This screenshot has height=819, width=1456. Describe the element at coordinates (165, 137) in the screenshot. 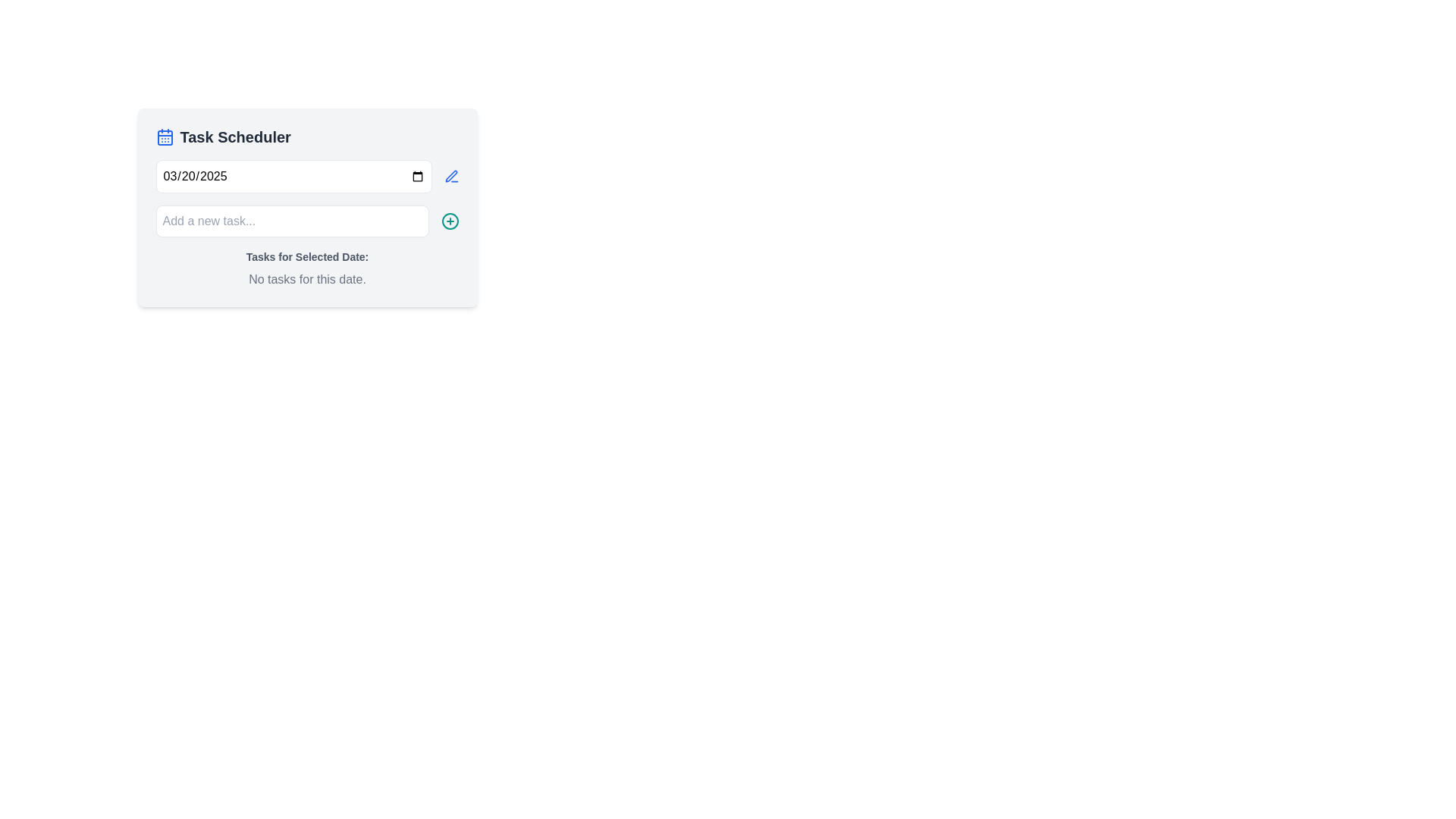

I see `the calendar icon element that visually contributes to the calendar's intended function within the 'Task Scheduler' UI component` at that location.